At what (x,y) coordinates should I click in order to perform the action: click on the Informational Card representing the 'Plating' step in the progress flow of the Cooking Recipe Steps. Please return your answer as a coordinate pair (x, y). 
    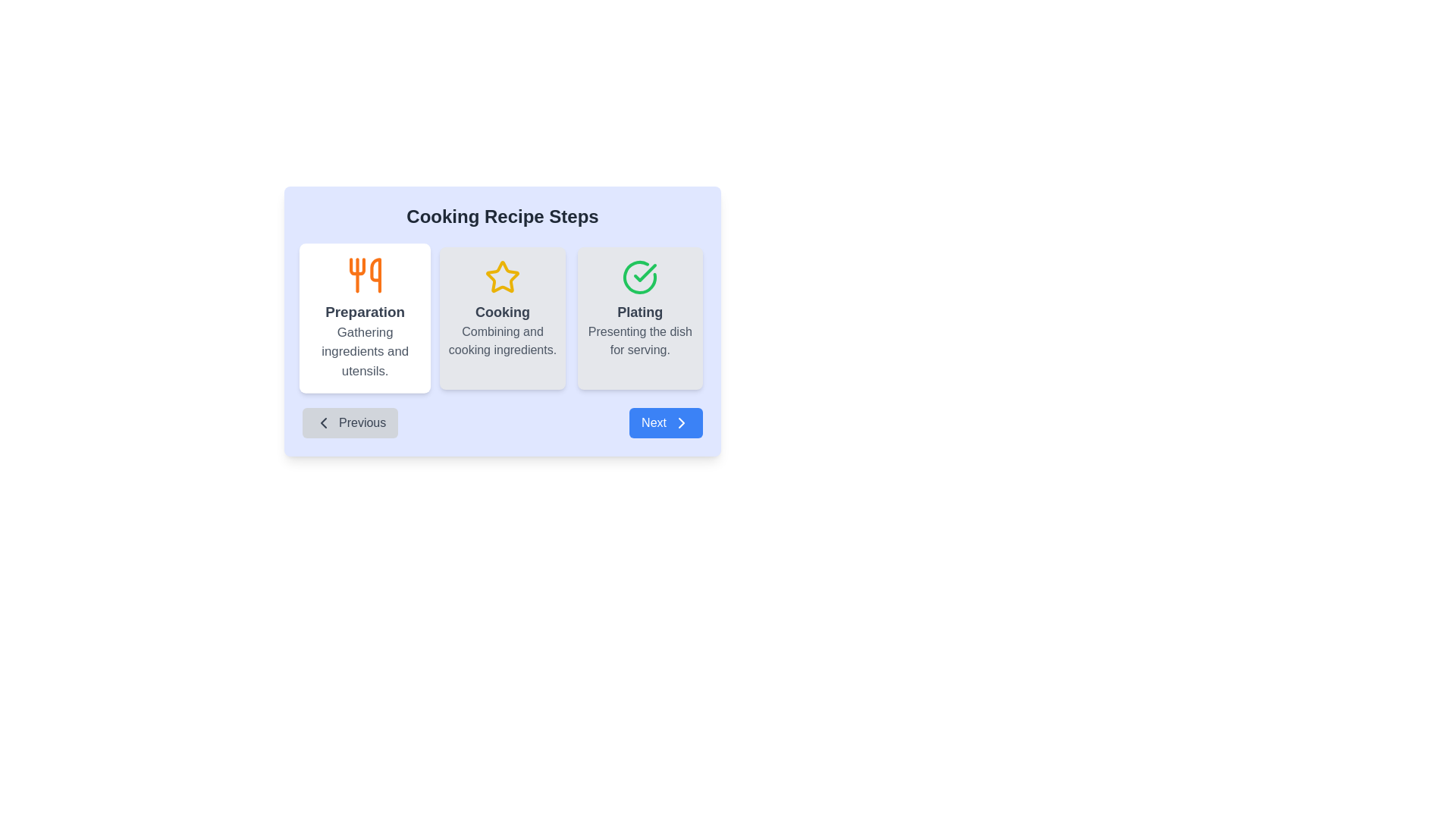
    Looking at the image, I should click on (640, 318).